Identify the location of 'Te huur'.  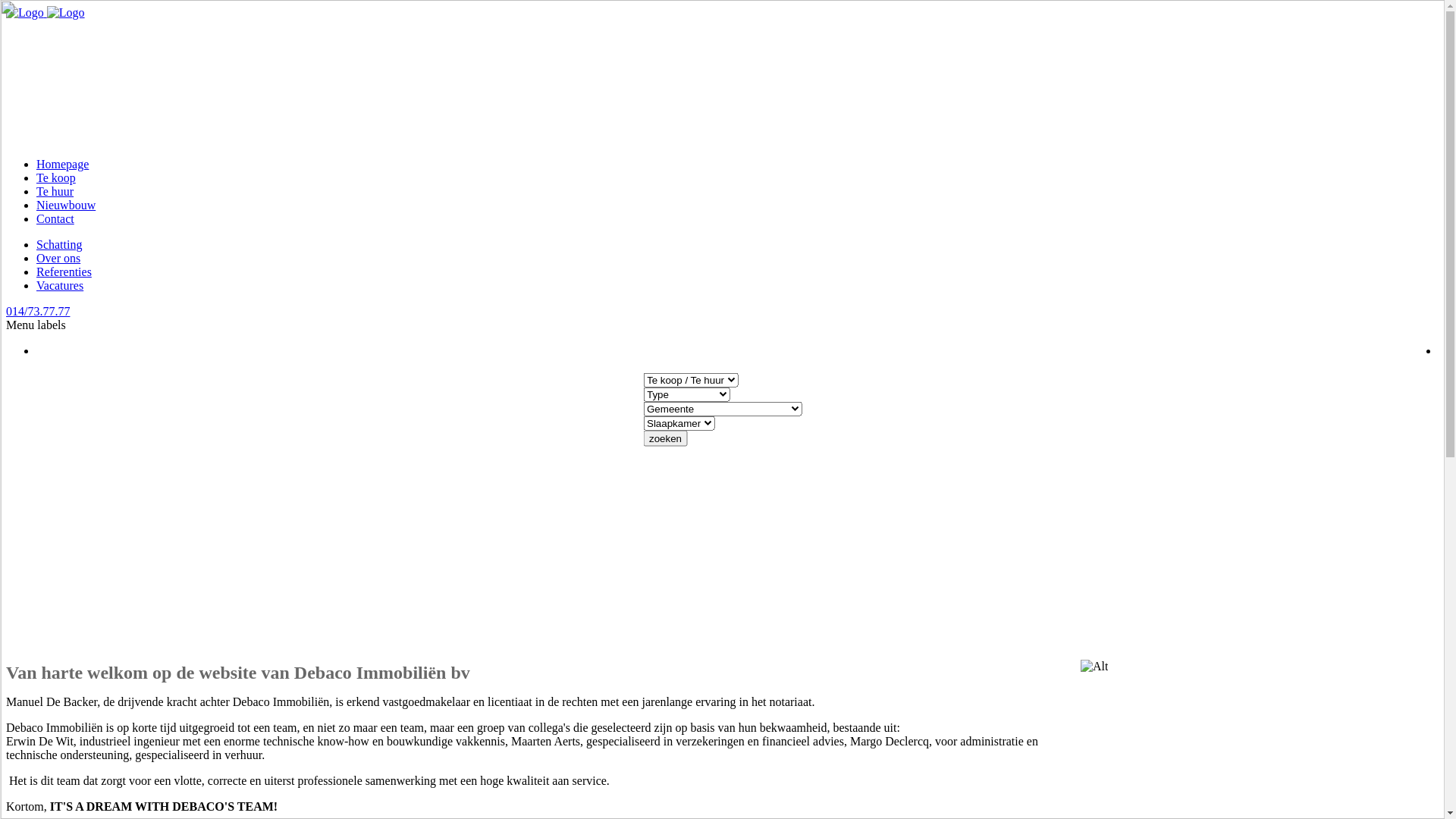
(55, 190).